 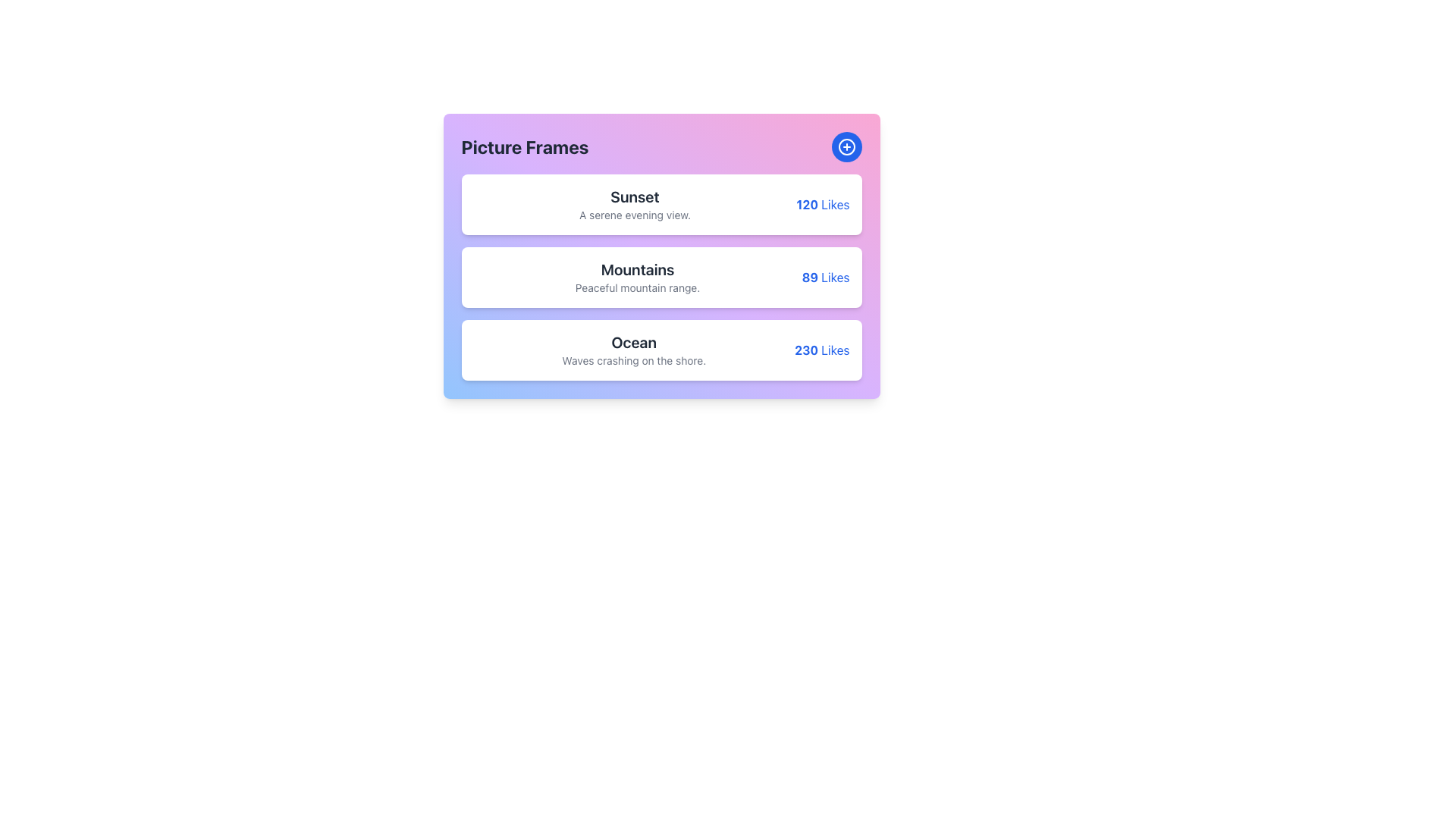 I want to click on the Information Card displaying details about 'Mountains', which is the second card in a vertical list of three cards, positioned below the 'Sunset' card and above the 'Ocean' card, so click(x=661, y=278).